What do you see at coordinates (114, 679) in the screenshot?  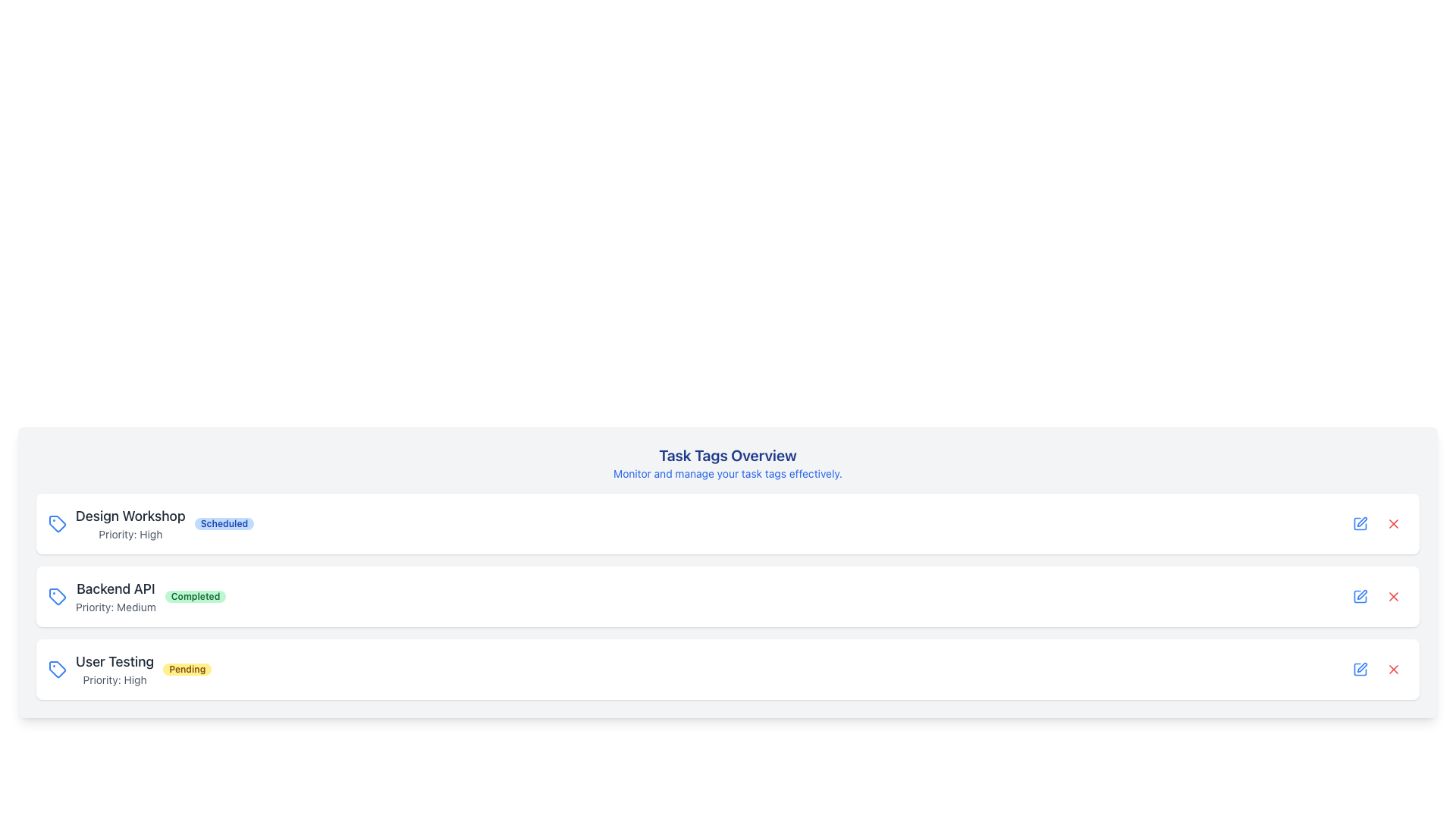 I see `the text label indicating the priority level of the associated task, located in the lower-left section of its containing card, directly below the 'User Testing' label` at bounding box center [114, 679].